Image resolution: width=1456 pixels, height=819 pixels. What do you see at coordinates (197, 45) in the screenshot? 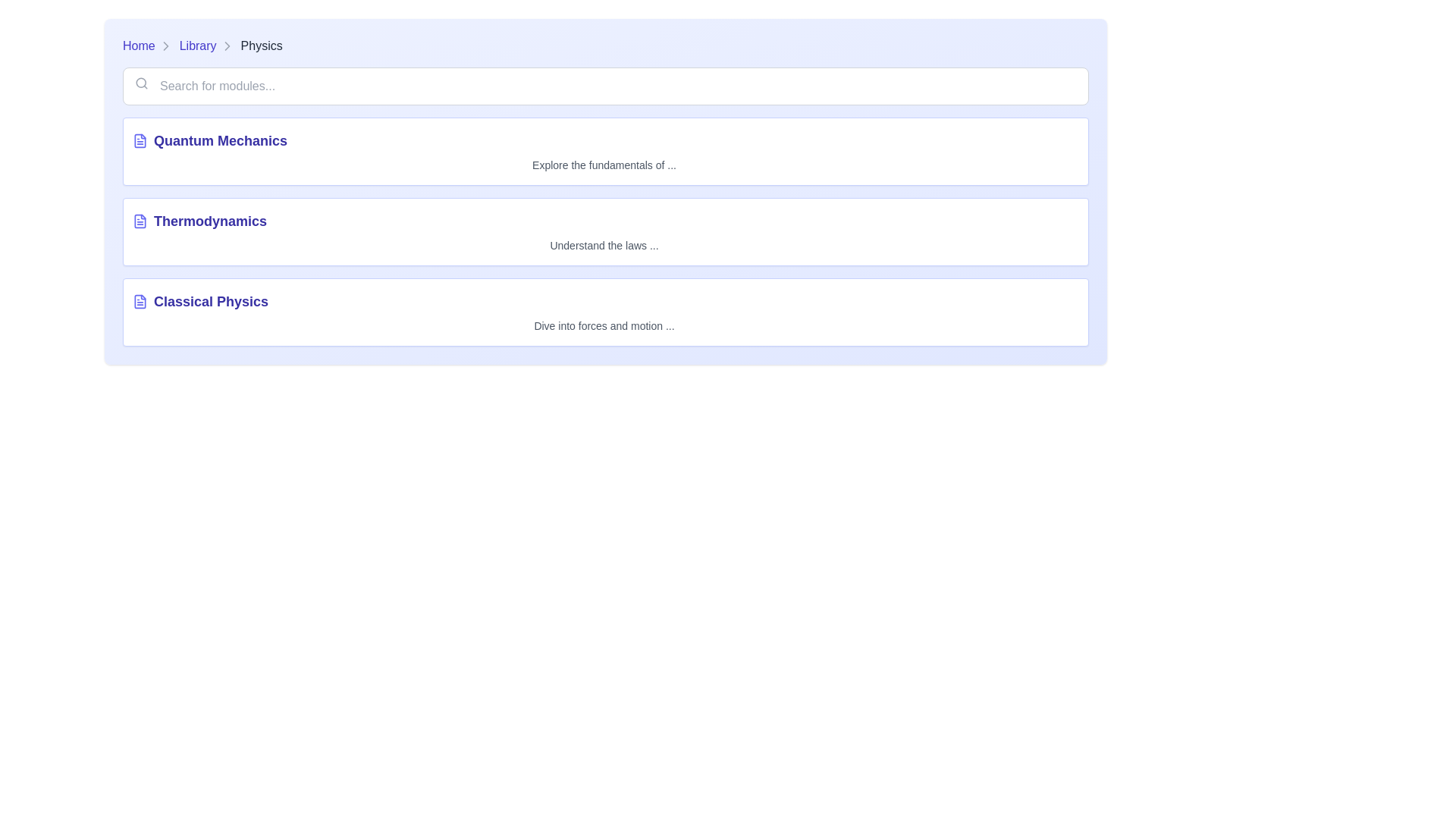
I see `the 'Library' clickable text link, which is the second item in the breadcrumb navigation located between 'Home' and 'Physics' in the top-left portion of the interface` at bounding box center [197, 45].